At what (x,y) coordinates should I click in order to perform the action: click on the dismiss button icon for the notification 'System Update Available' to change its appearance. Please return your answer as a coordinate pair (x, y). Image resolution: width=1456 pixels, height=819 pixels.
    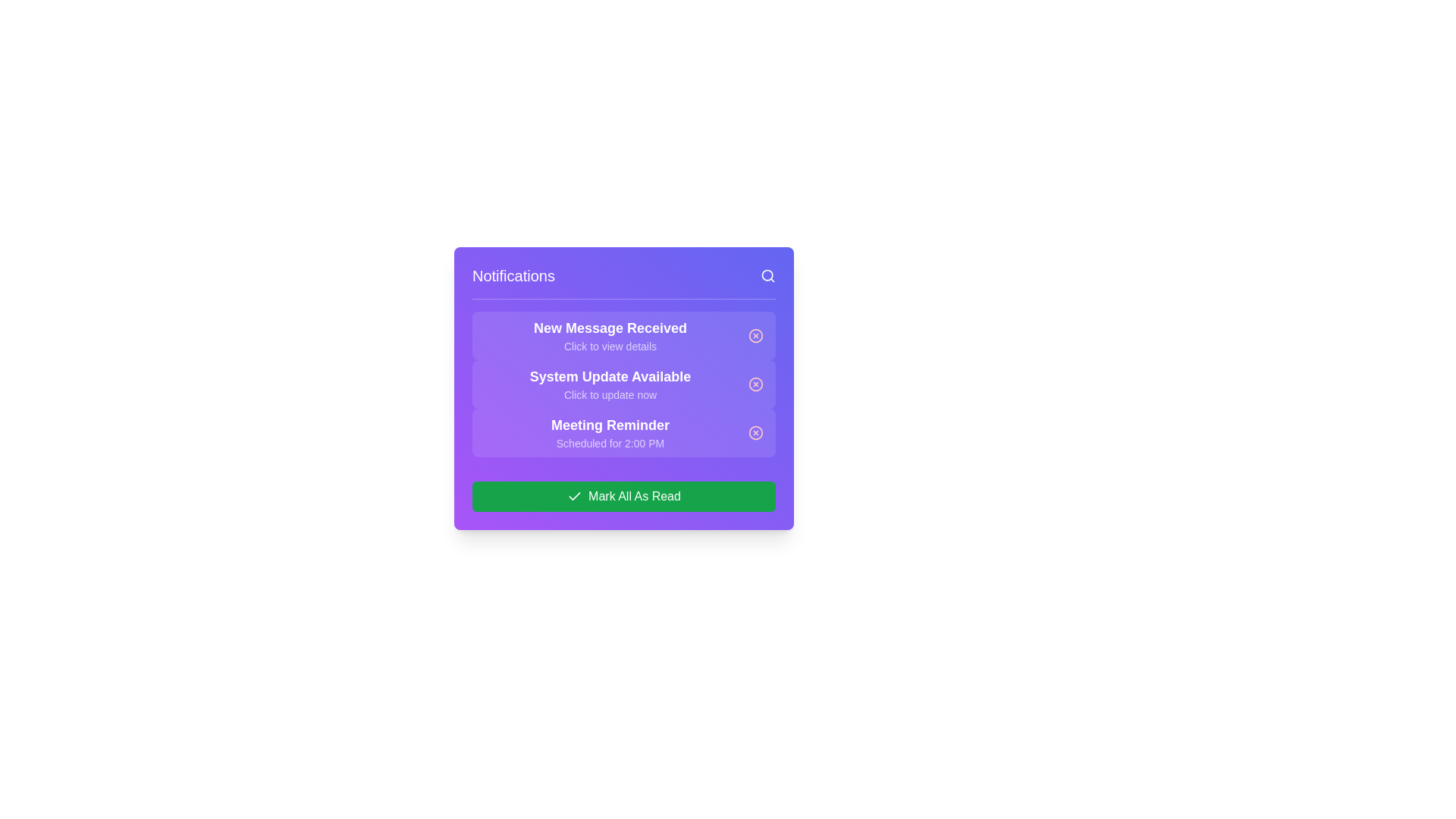
    Looking at the image, I should click on (756, 383).